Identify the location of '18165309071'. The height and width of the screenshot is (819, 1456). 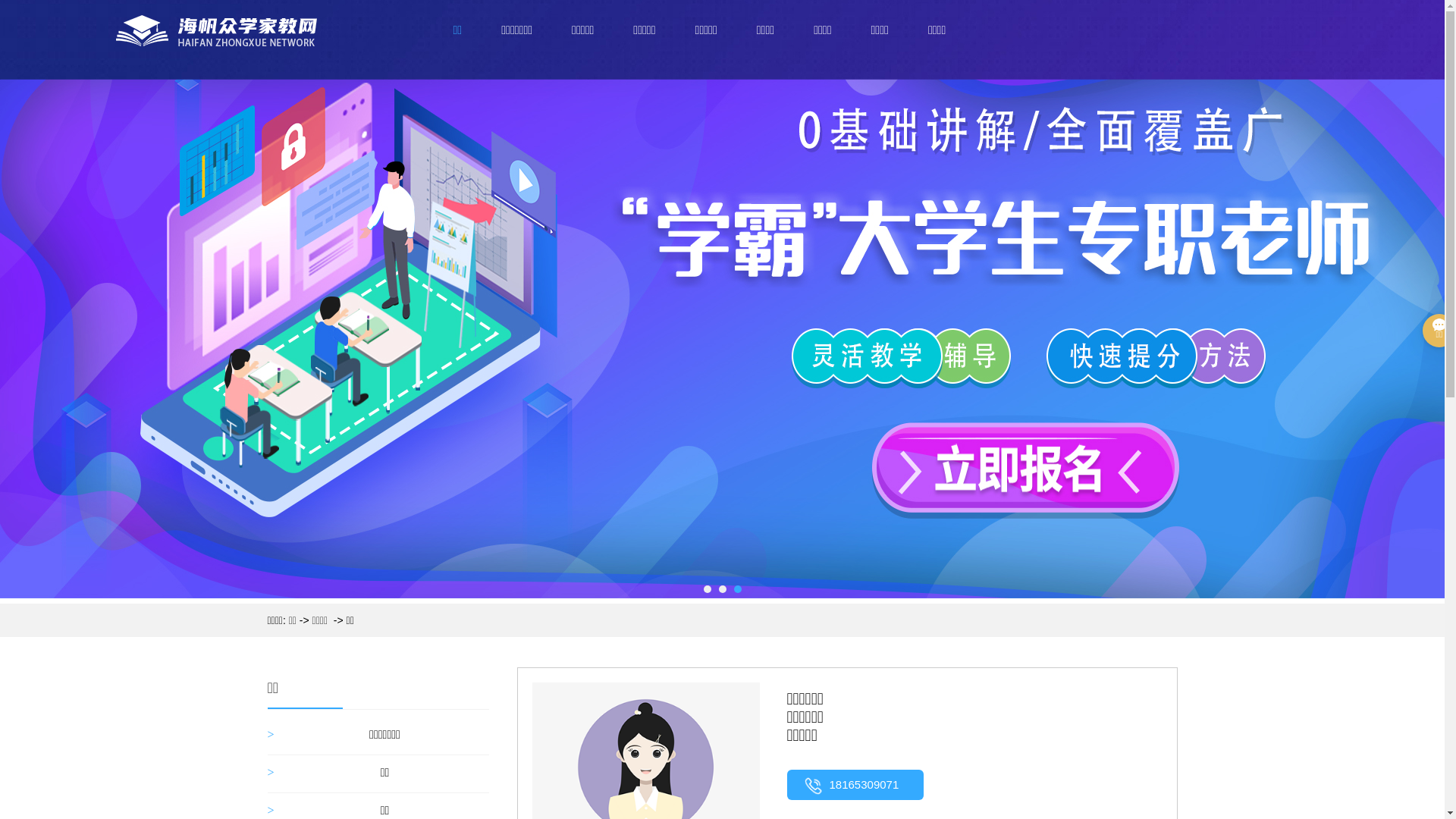
(855, 784).